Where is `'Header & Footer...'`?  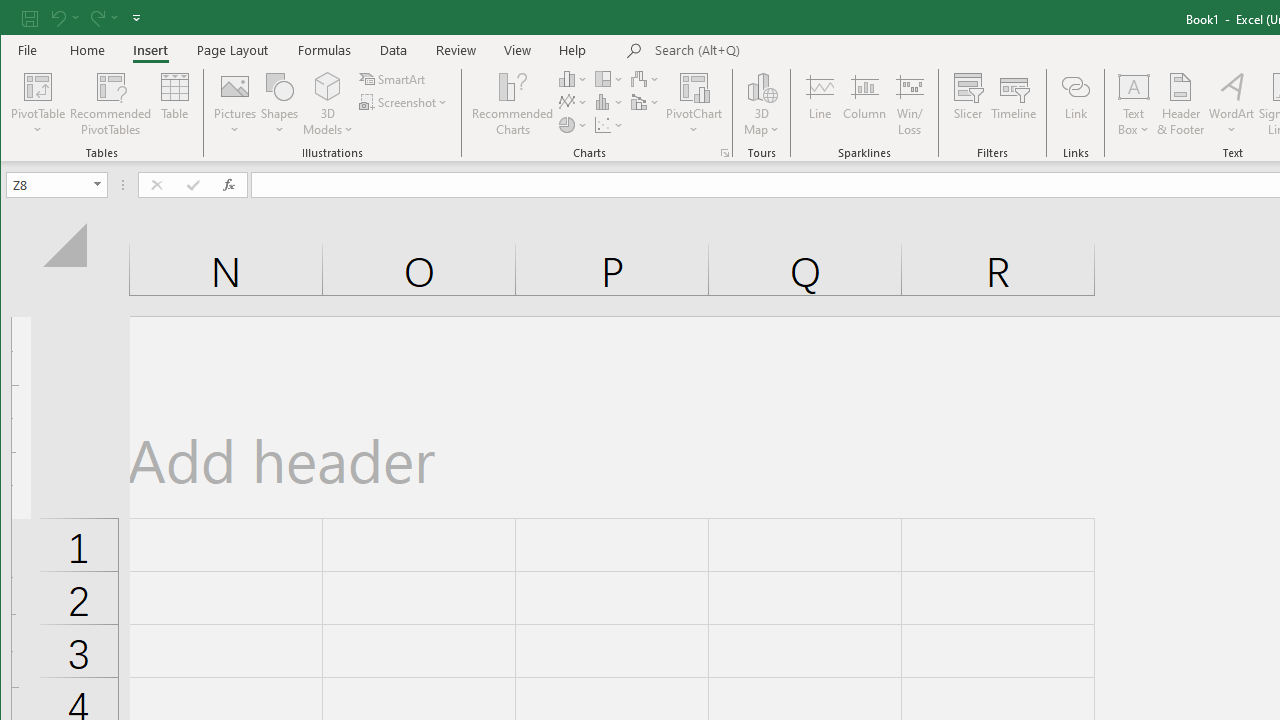
'Header & Footer...' is located at coordinates (1180, 104).